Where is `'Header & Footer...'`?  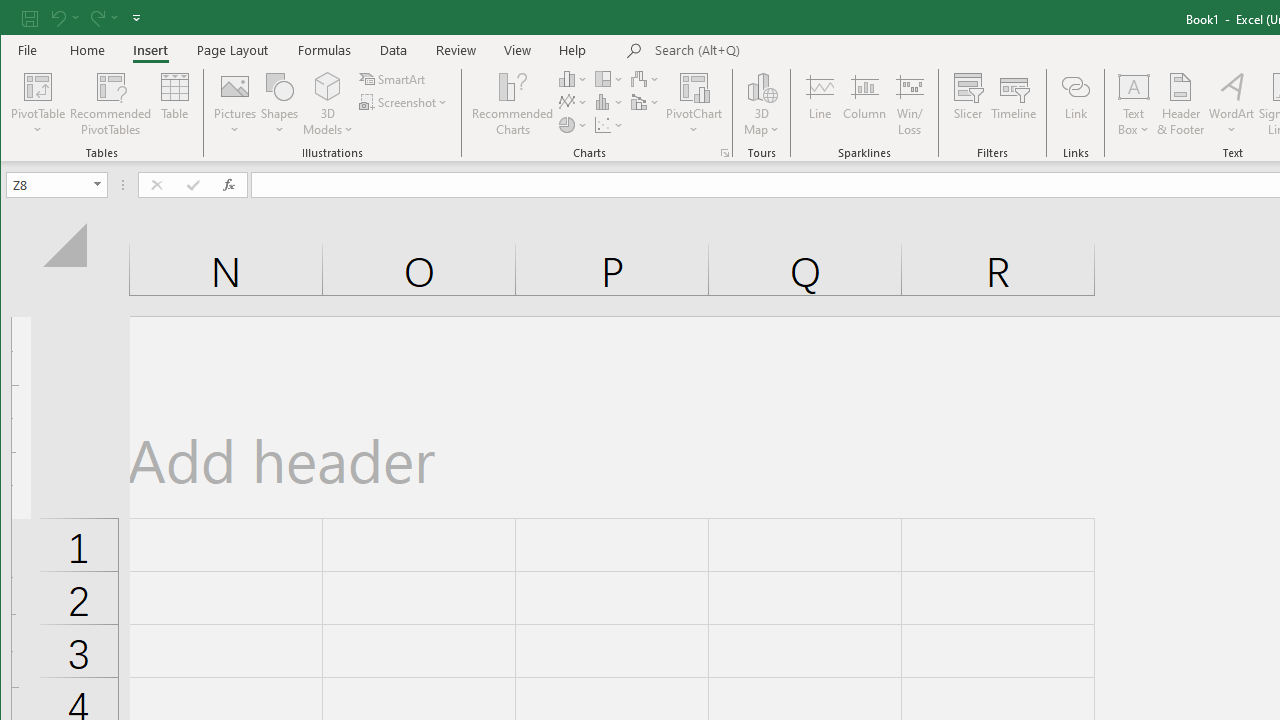
'Header & Footer...' is located at coordinates (1180, 104).